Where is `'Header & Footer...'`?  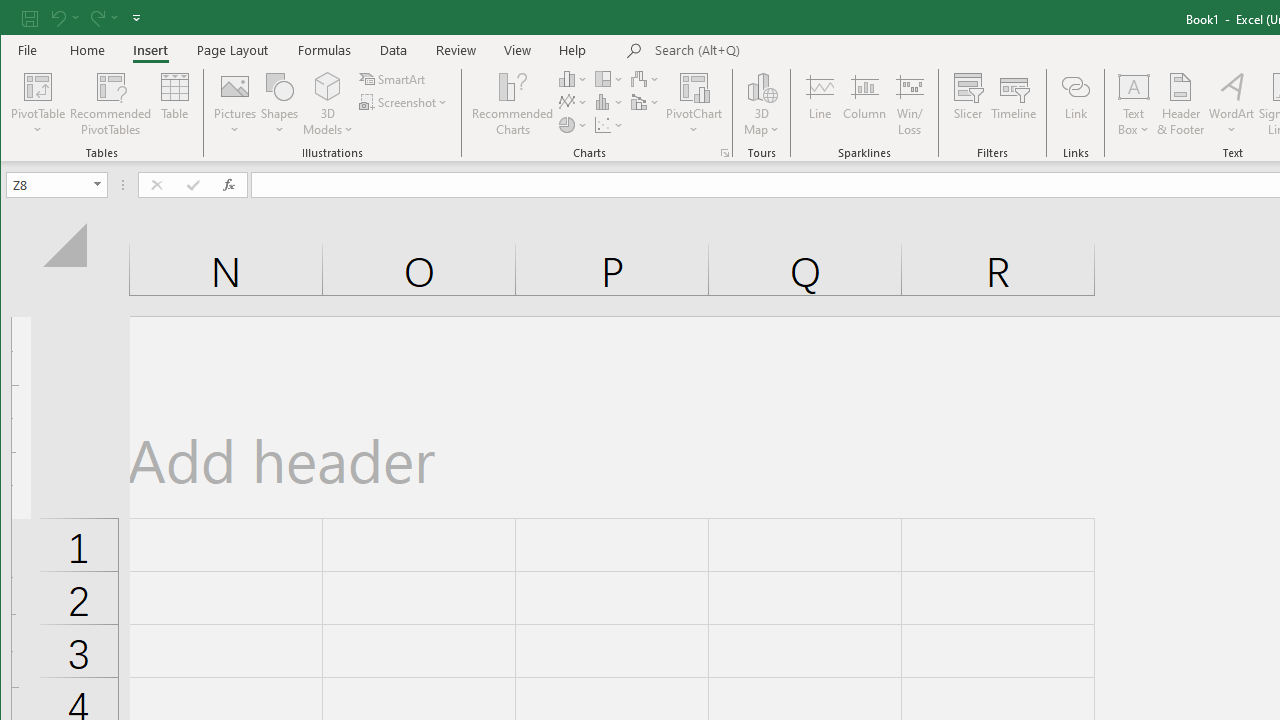
'Header & Footer...' is located at coordinates (1180, 104).